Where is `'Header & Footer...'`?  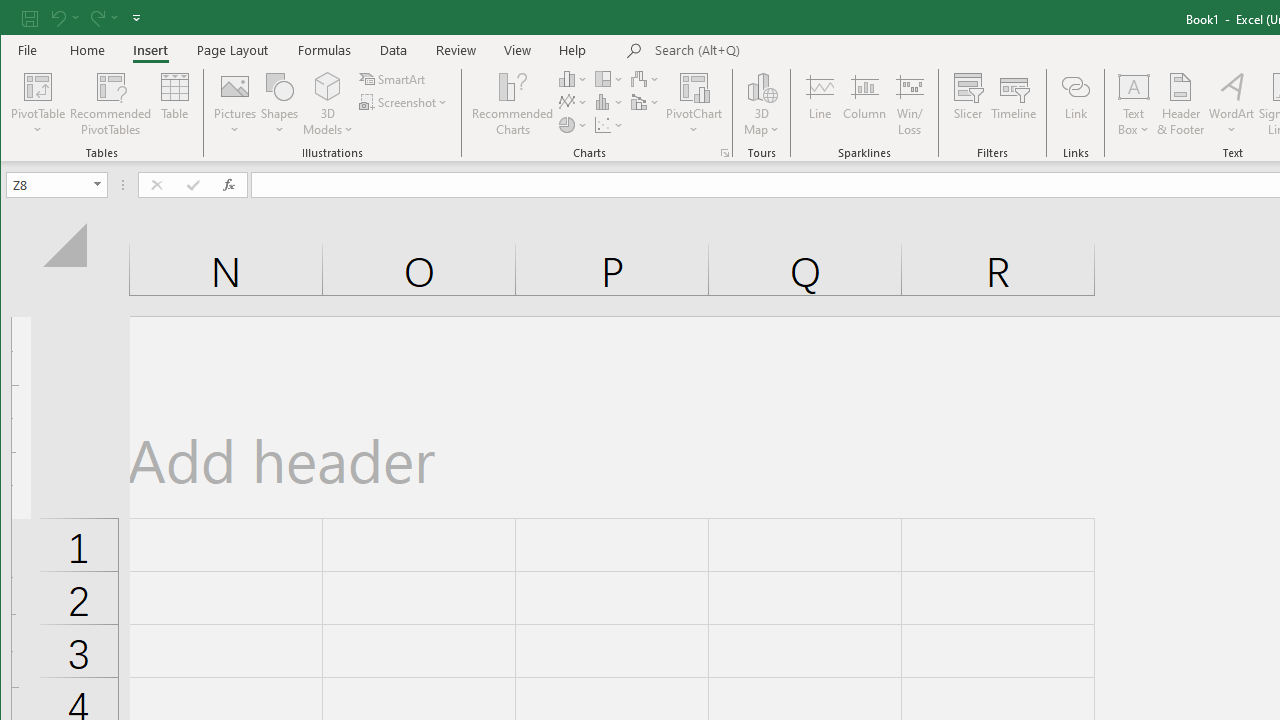
'Header & Footer...' is located at coordinates (1180, 104).